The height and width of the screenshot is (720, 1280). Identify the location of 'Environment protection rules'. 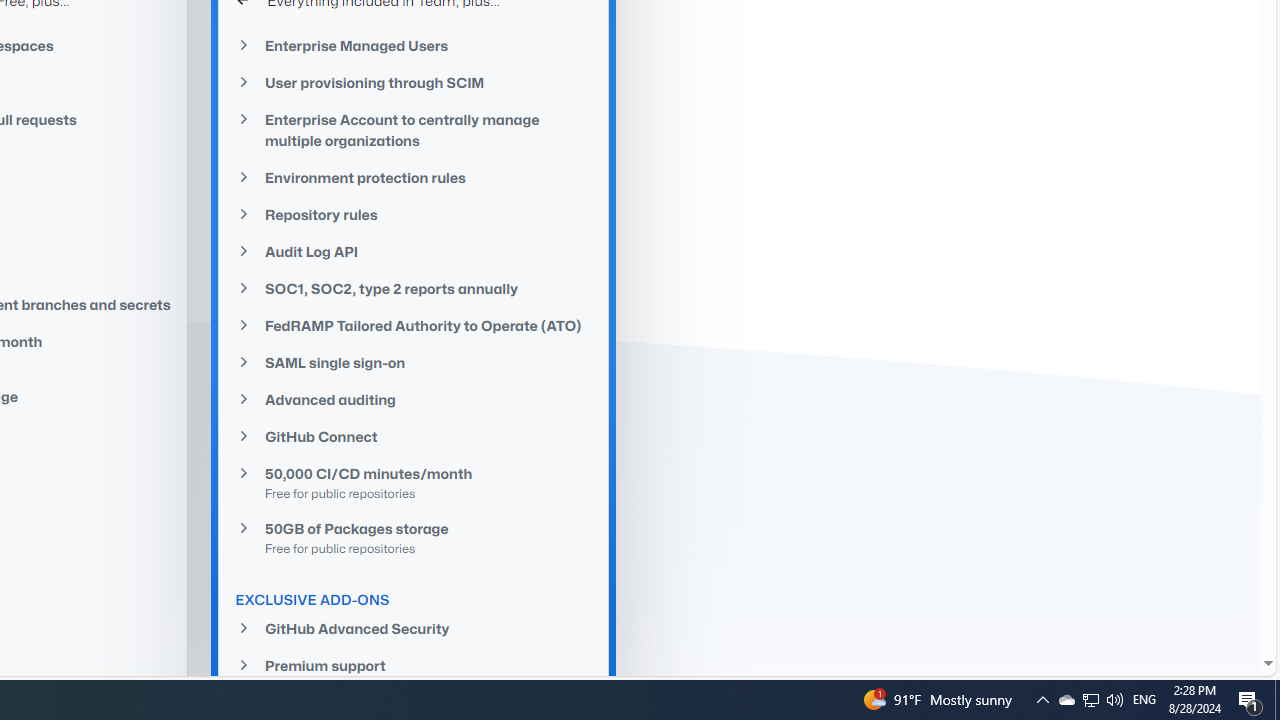
(413, 176).